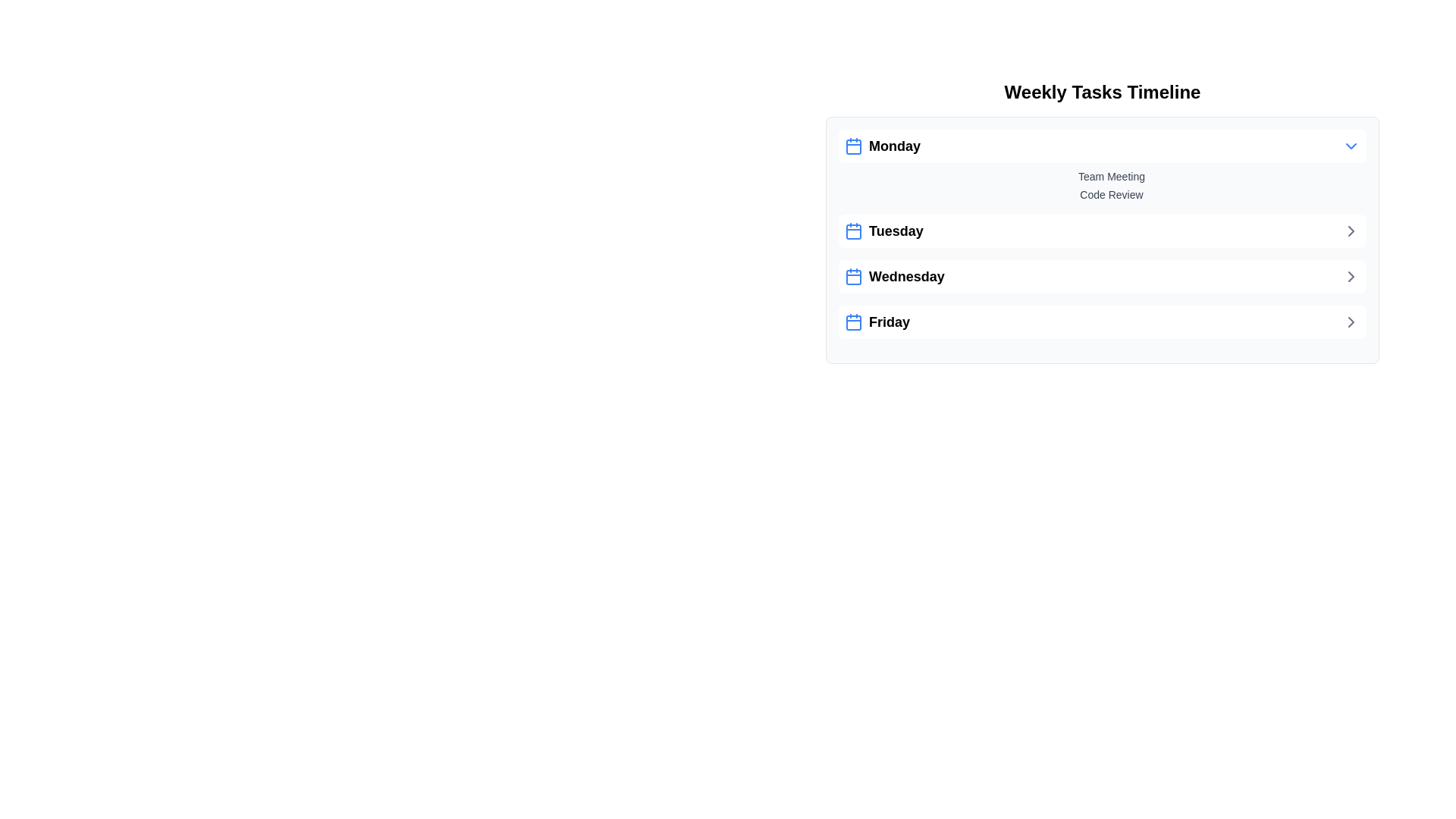 The height and width of the screenshot is (819, 1456). I want to click on the calendar icon that precedes the 'Friday' text in the last row of the list on the right side panel, so click(854, 321).